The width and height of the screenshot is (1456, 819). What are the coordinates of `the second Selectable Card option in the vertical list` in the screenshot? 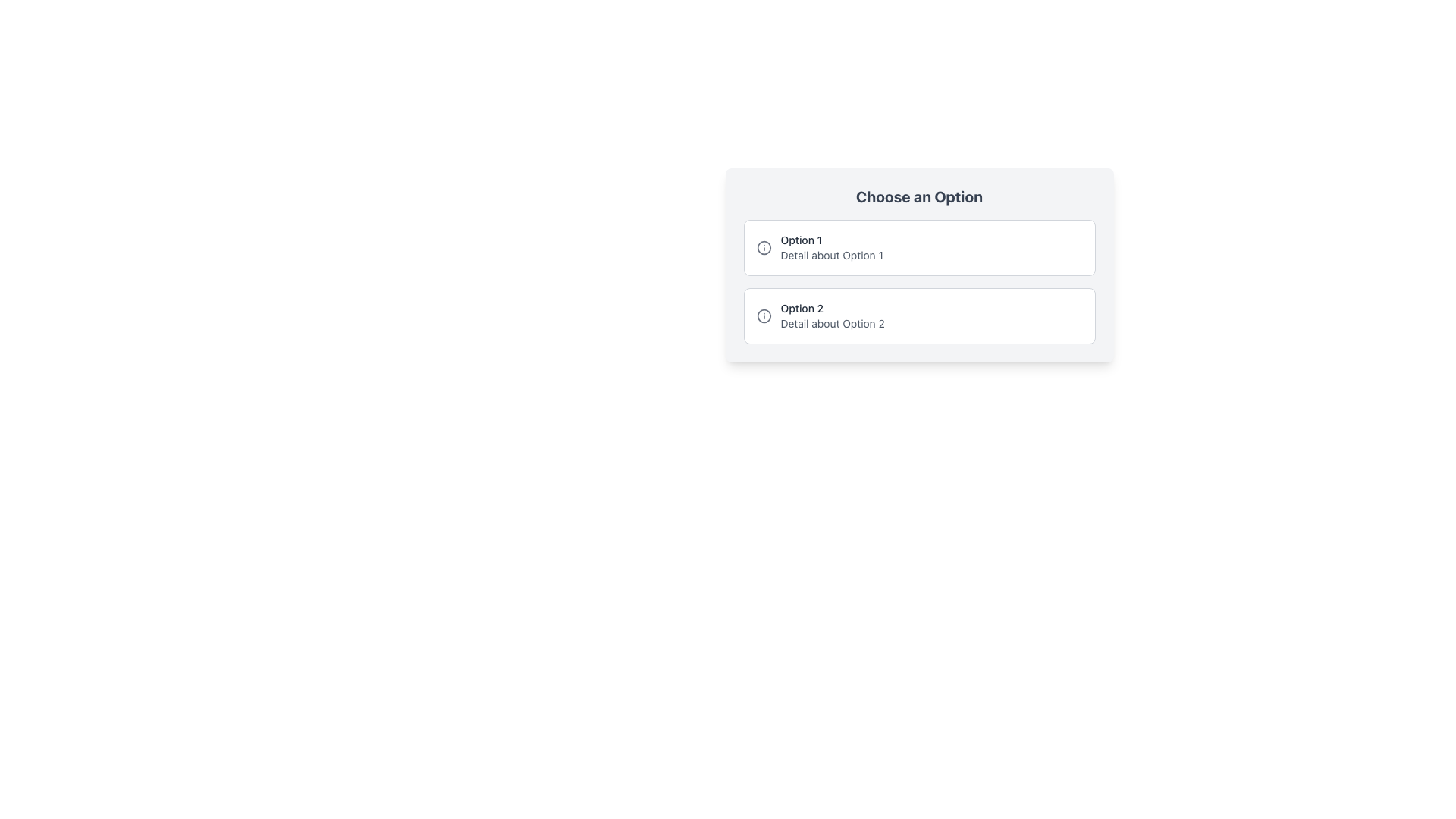 It's located at (918, 315).